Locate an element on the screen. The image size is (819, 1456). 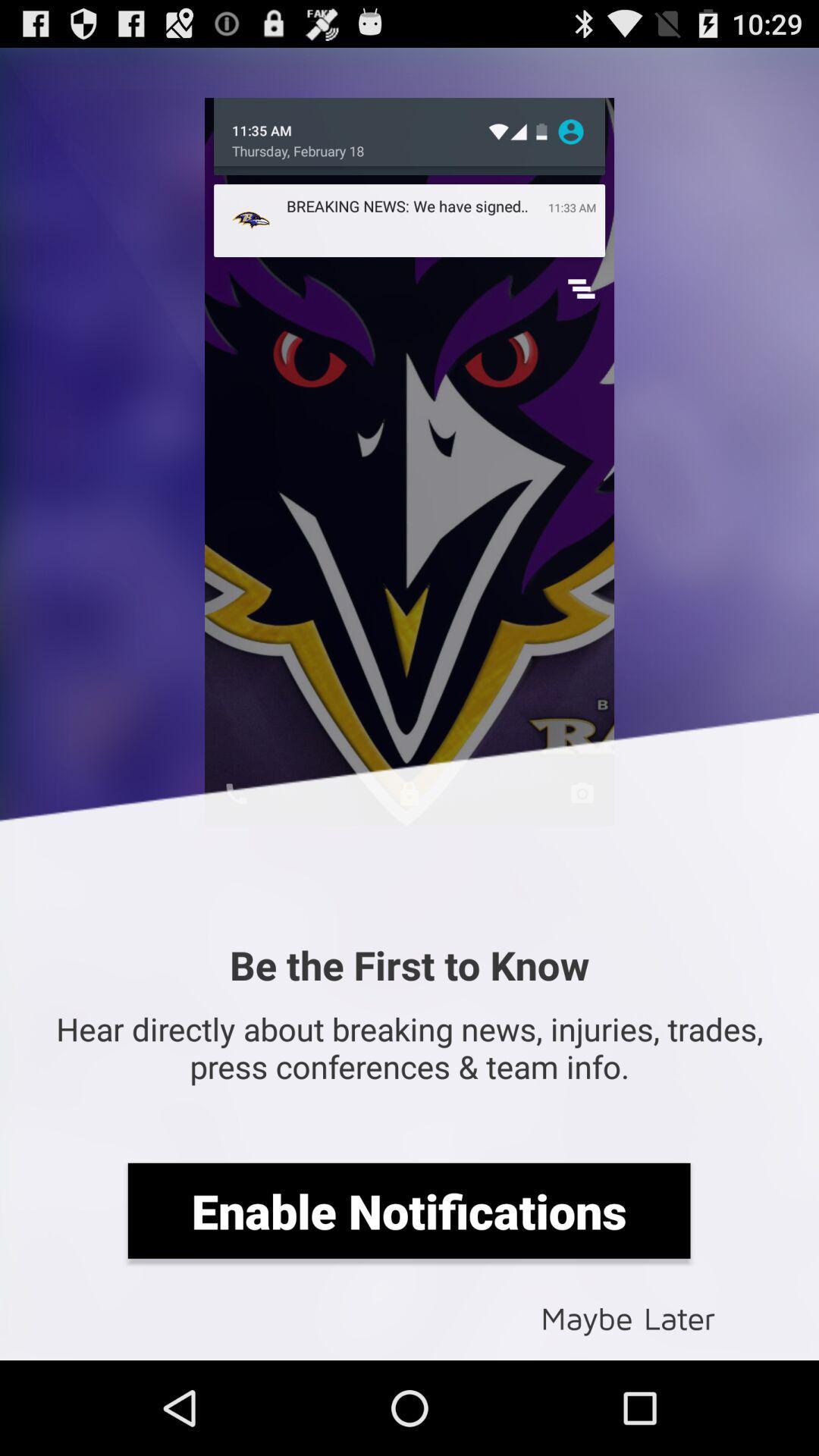
icon above the maybe later item is located at coordinates (408, 1210).